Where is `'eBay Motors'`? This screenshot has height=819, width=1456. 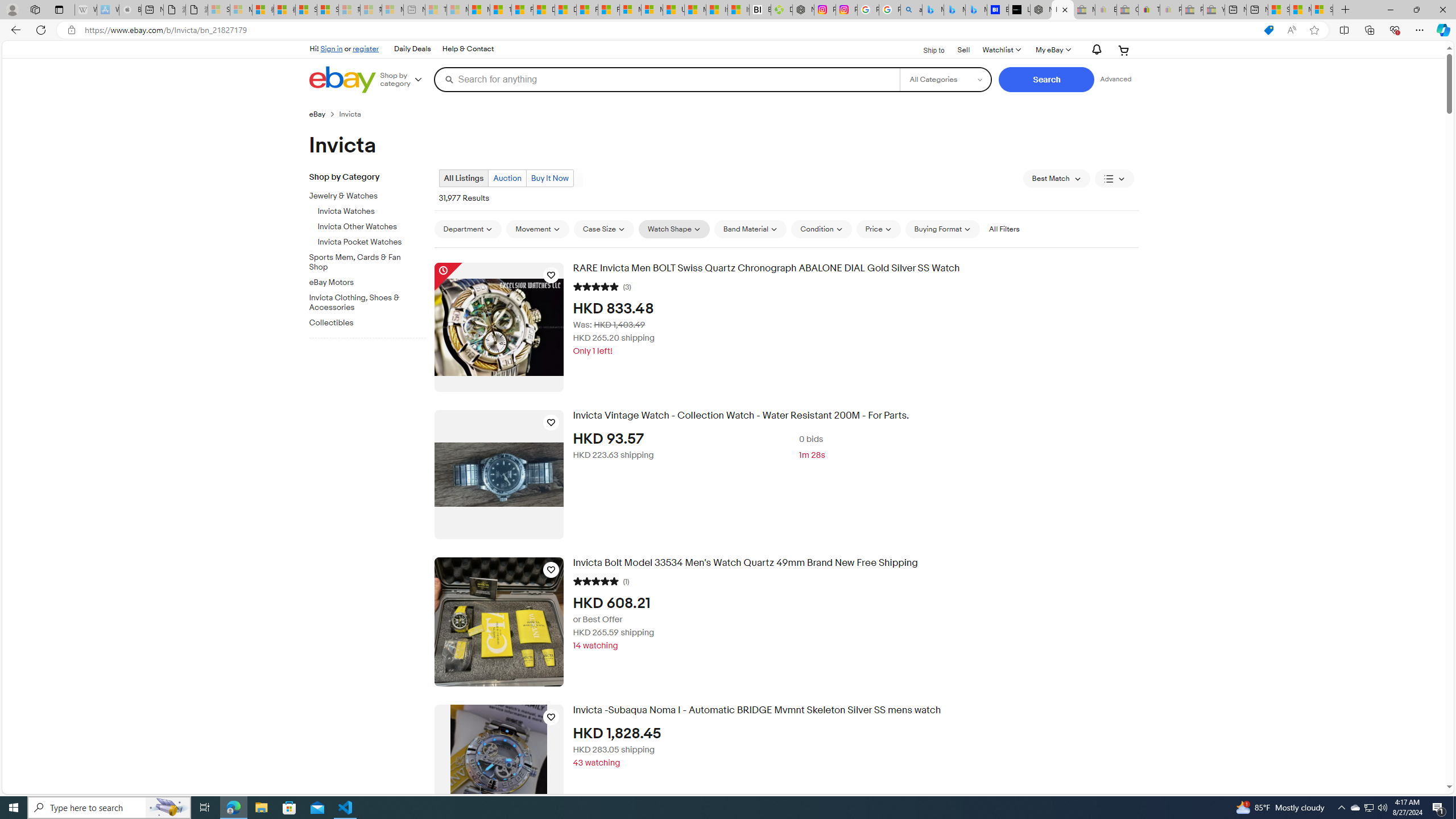 'eBay Motors' is located at coordinates (362, 283).